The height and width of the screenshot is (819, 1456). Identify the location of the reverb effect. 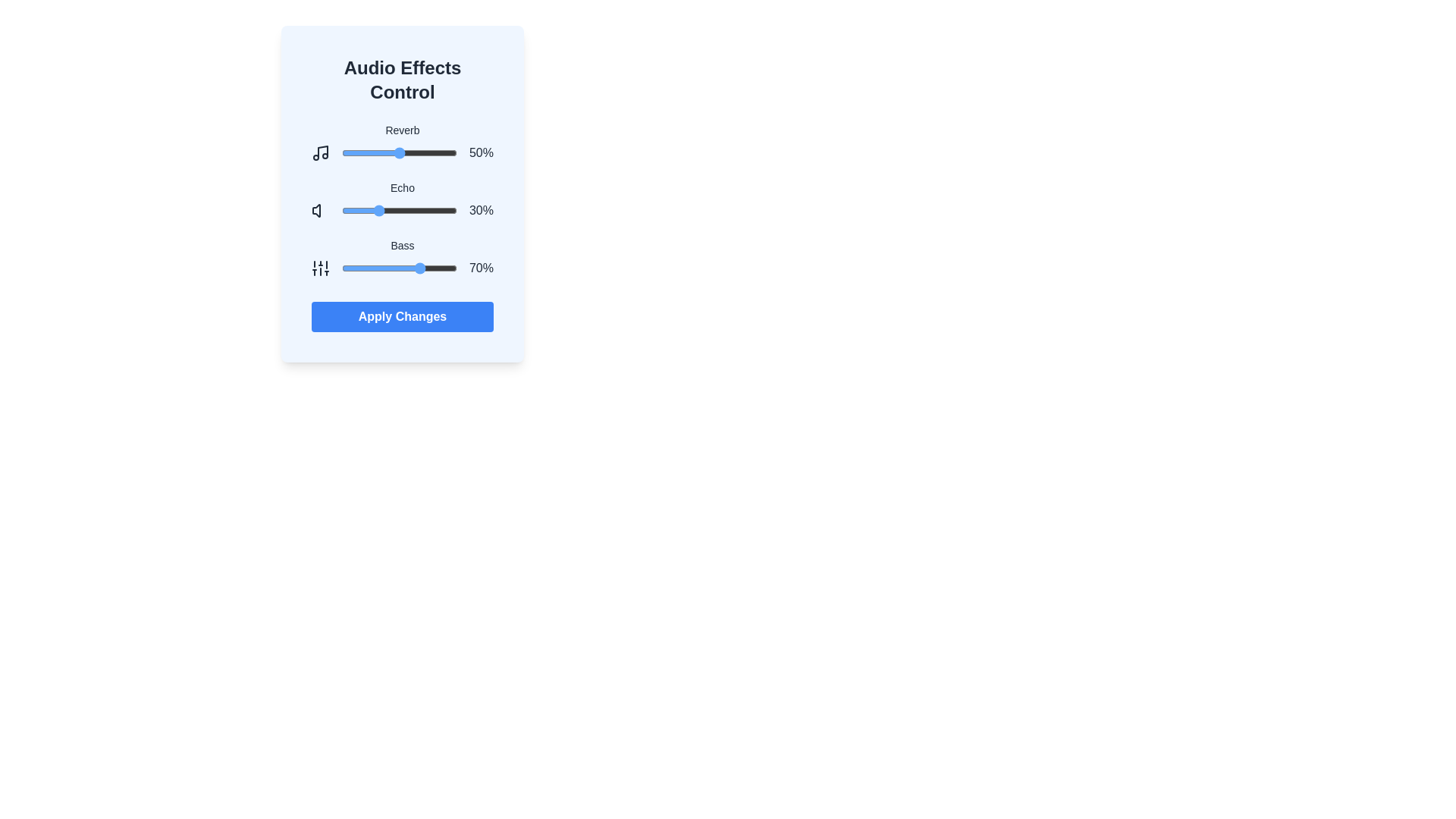
(394, 152).